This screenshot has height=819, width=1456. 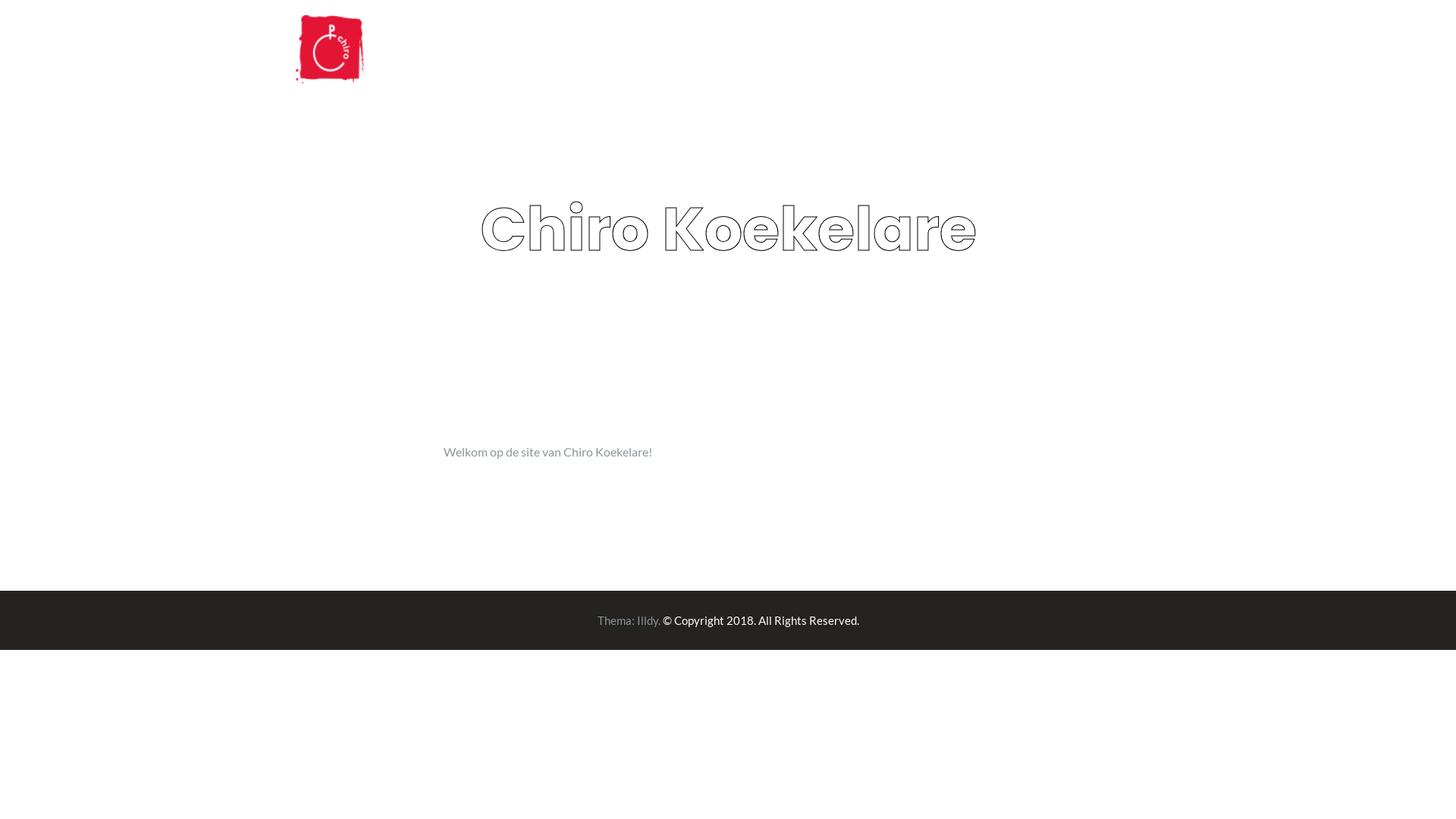 I want to click on 'Fotogalerij', so click(x=1043, y=50).